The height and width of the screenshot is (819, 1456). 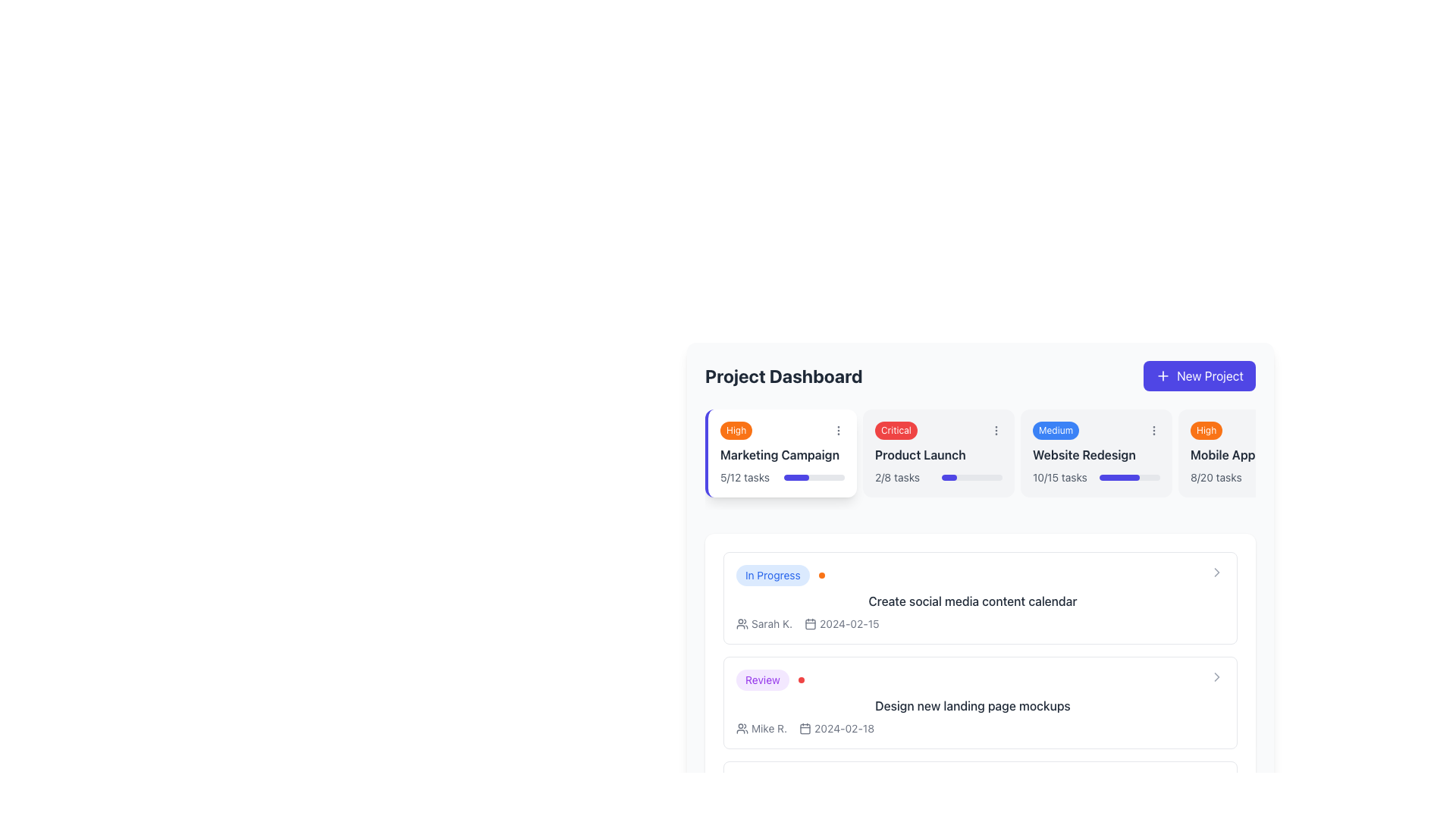 What do you see at coordinates (843, 727) in the screenshot?
I see `the Text display element showing the due date of the task in the second entry under the 'Review' section of the dashboard` at bounding box center [843, 727].